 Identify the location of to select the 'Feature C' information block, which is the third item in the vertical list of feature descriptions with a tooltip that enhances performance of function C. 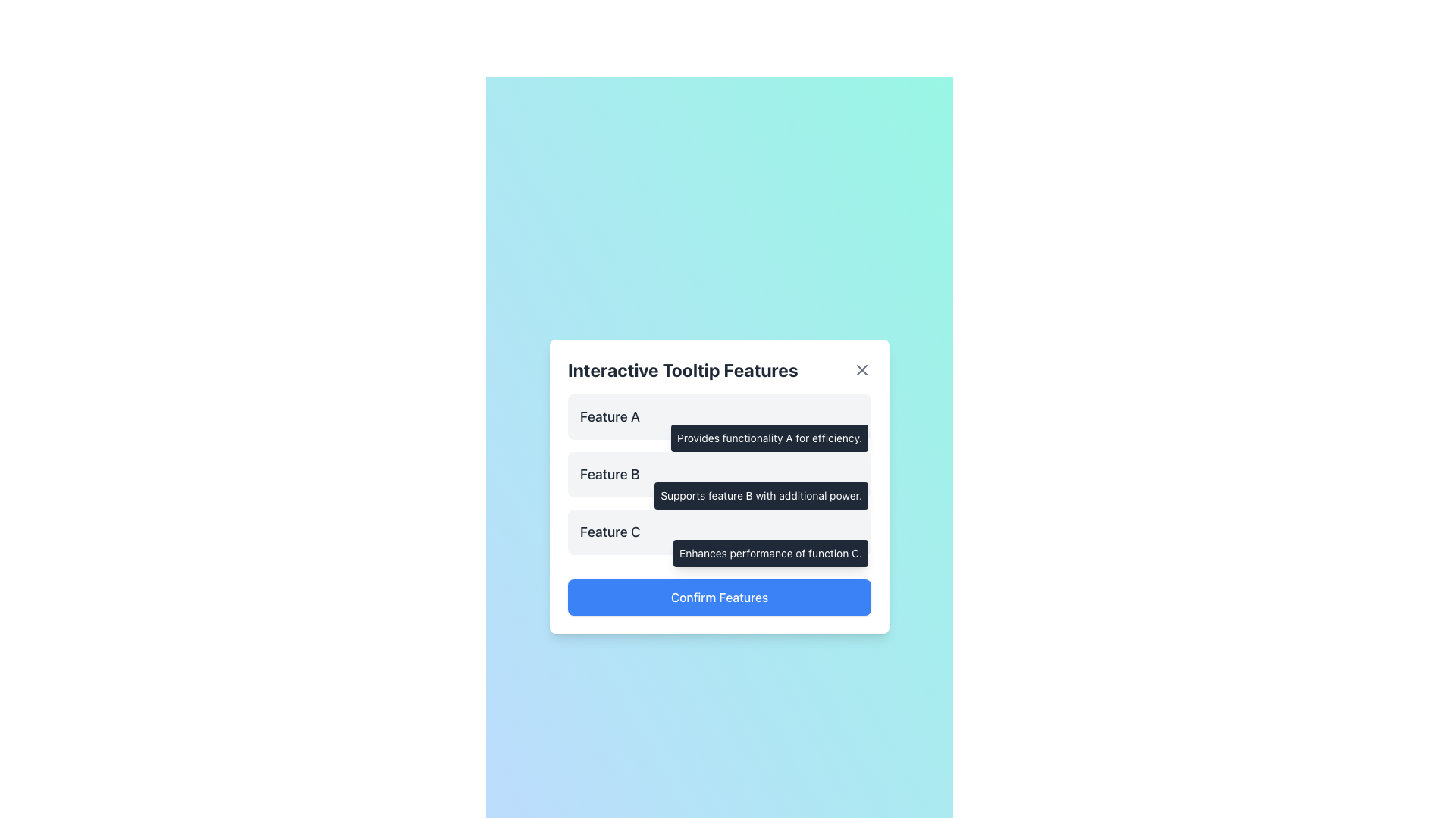
(719, 532).